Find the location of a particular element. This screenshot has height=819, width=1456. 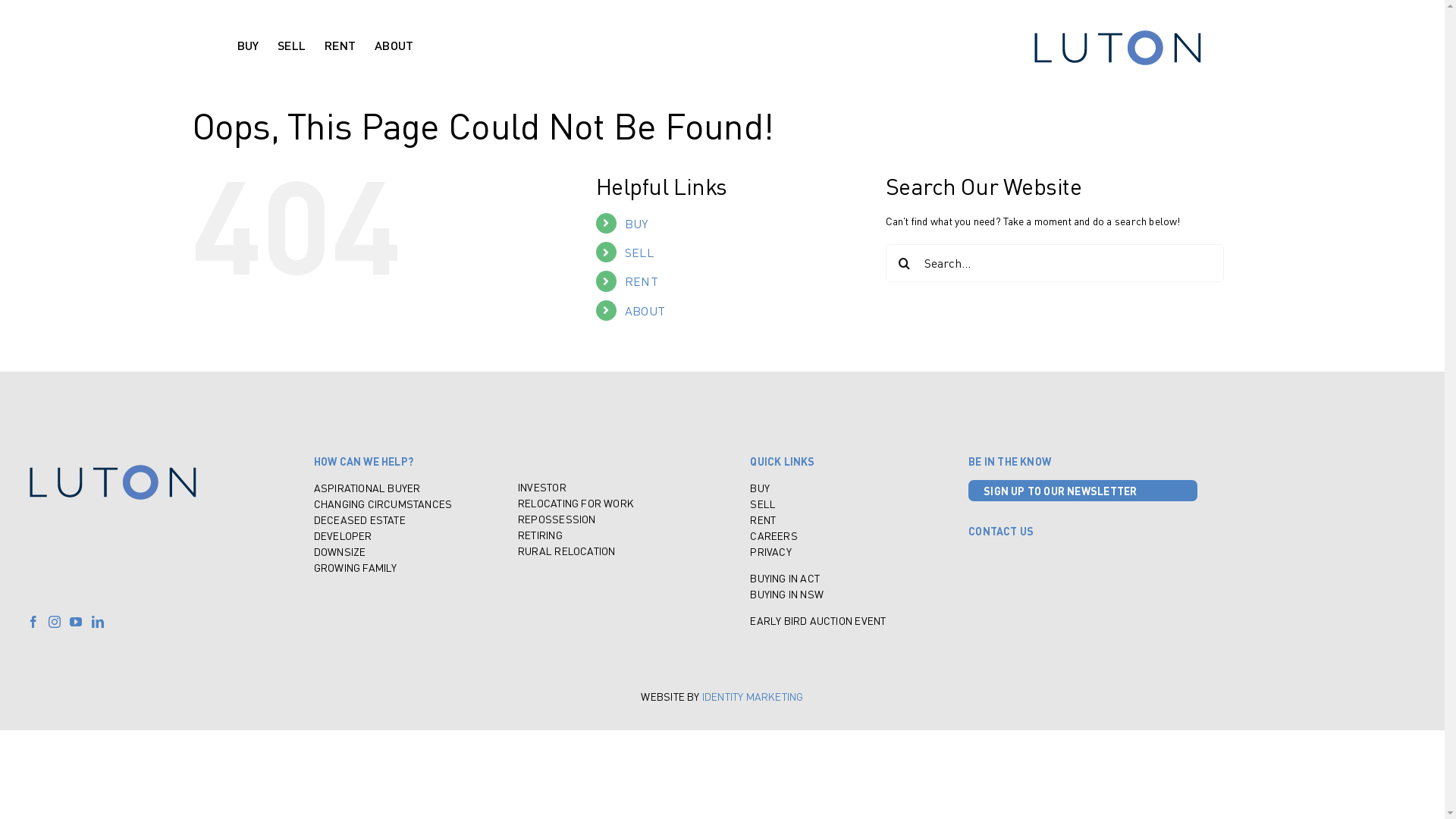

'RURAL RELOCATION' is located at coordinates (566, 550).